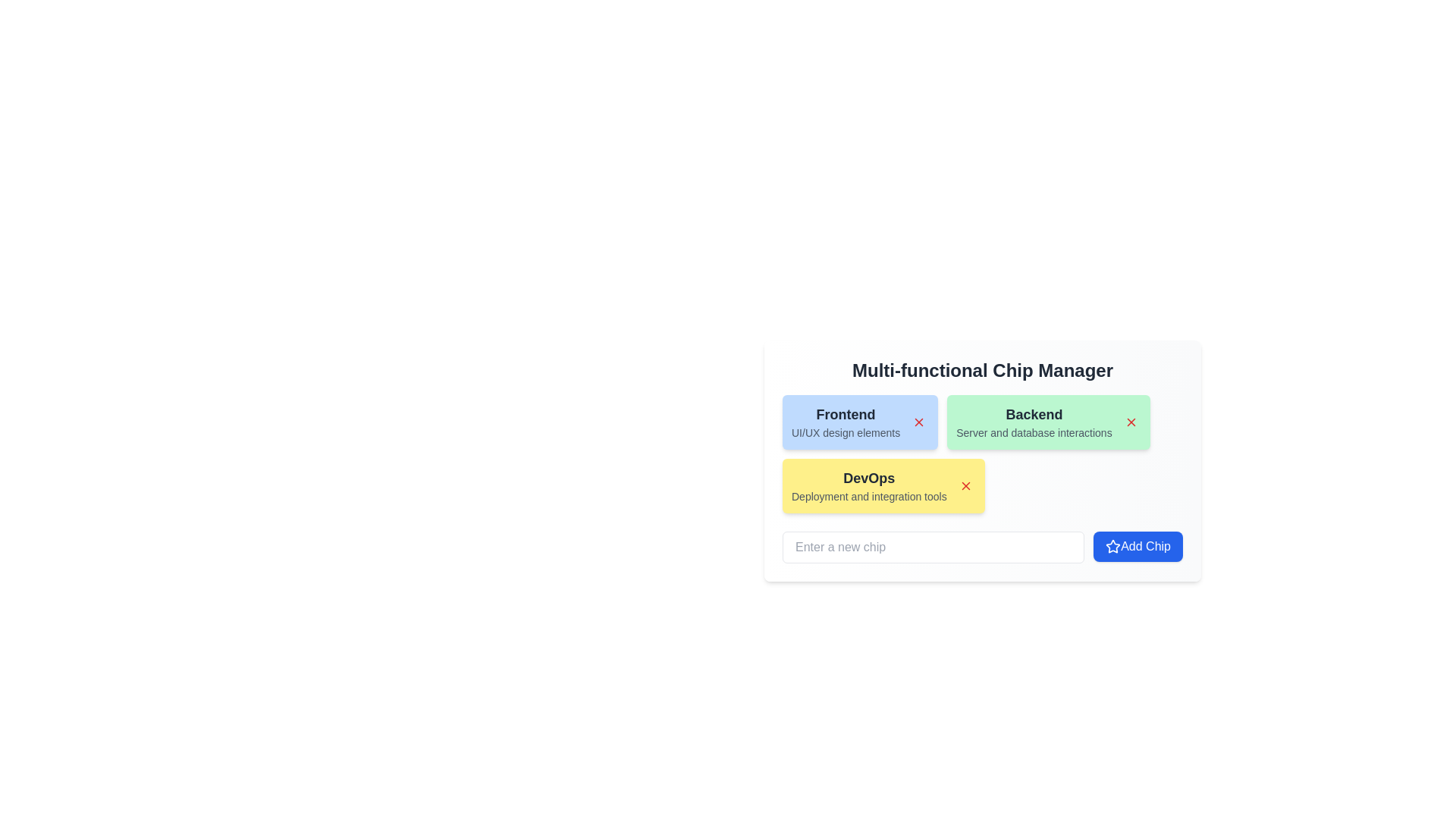 The image size is (1456, 819). I want to click on the decorative icon located within the 'Add Chip' button in the bottom-right corner of the interface, situated to the left of the text 'Add Chip', so click(1113, 547).